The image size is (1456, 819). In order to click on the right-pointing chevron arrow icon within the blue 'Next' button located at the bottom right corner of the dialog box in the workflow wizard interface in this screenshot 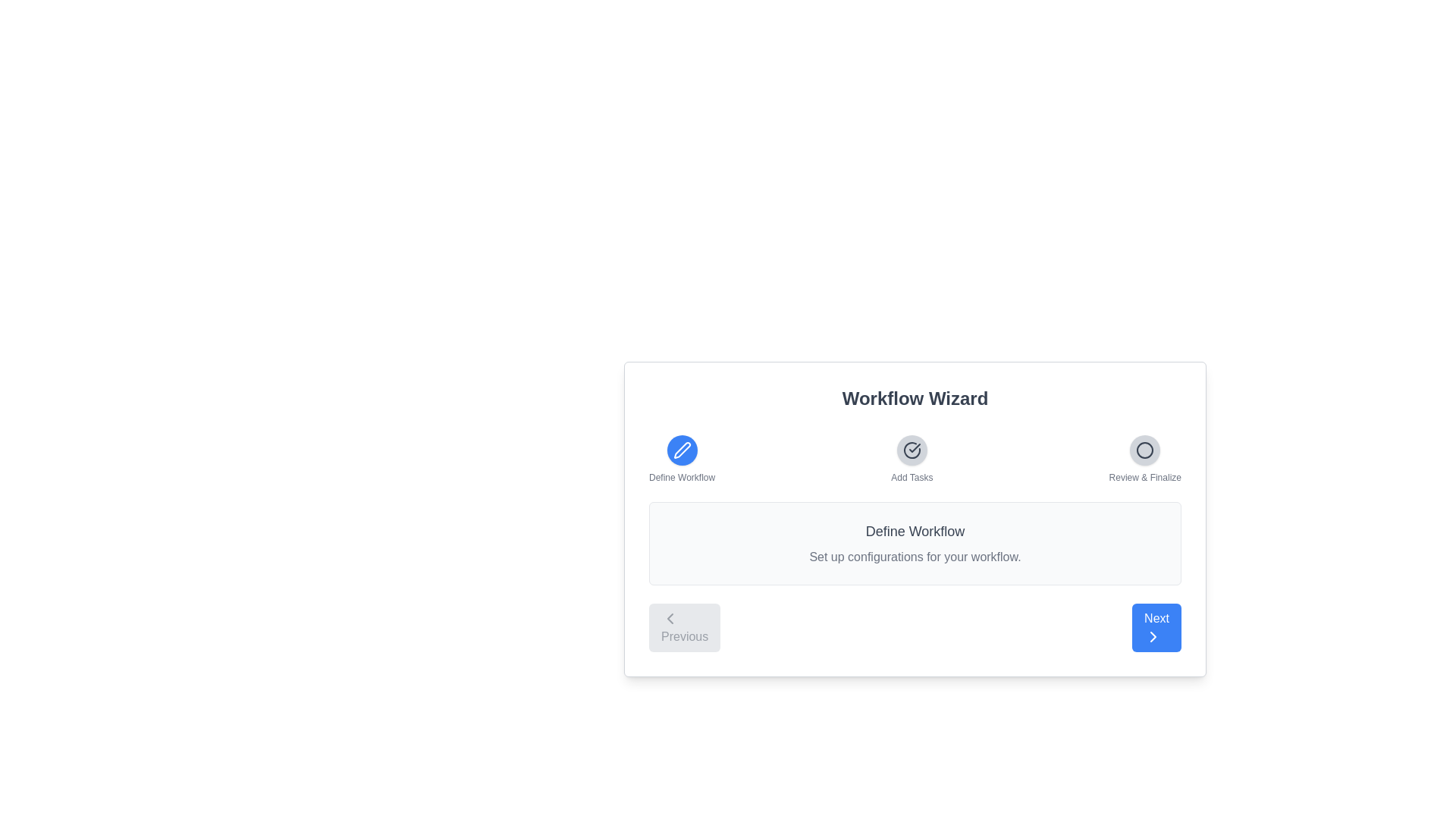, I will do `click(1153, 637)`.